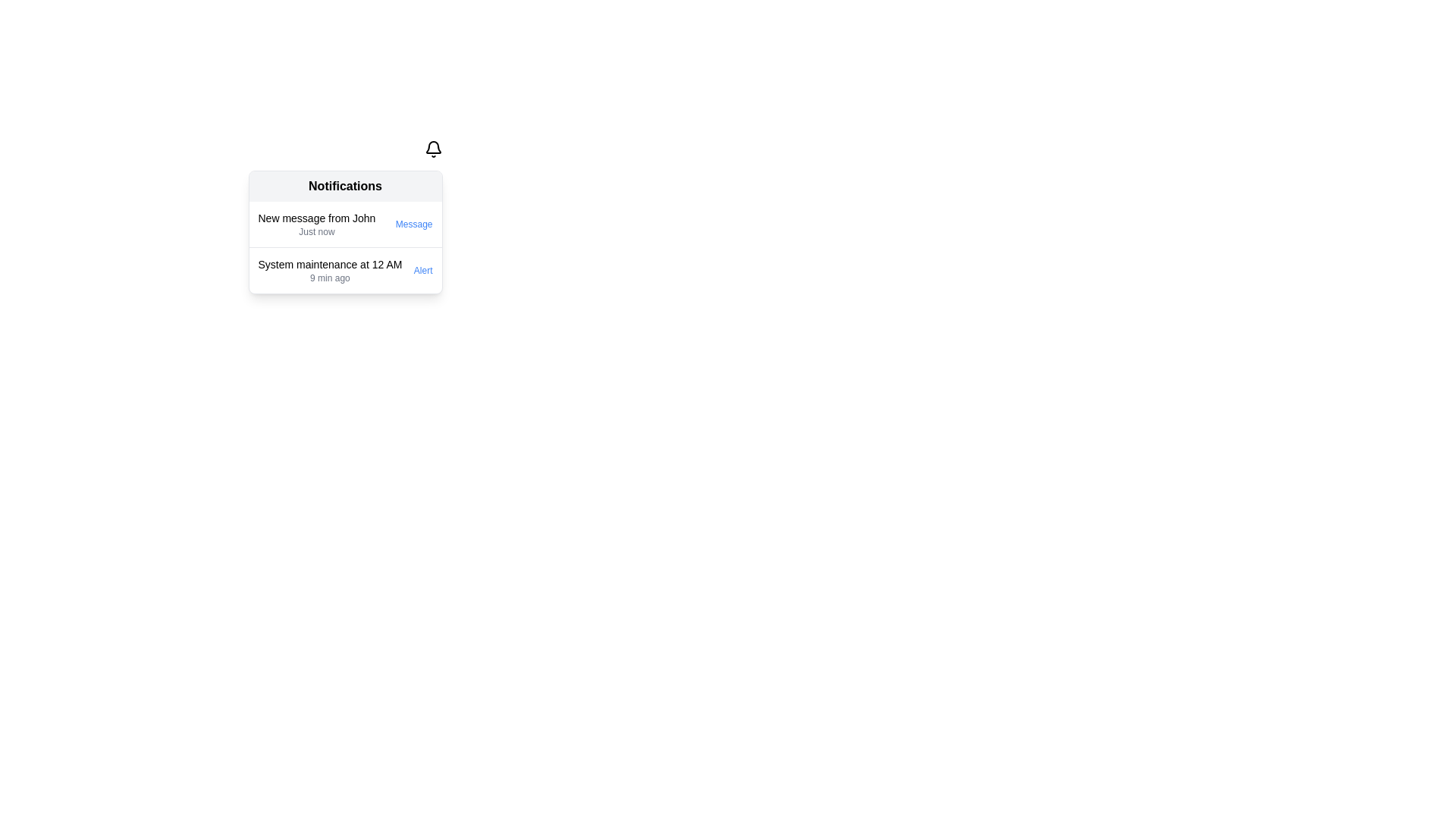 Image resolution: width=1456 pixels, height=819 pixels. Describe the element at coordinates (329, 278) in the screenshot. I see `the text label reading '9 min ago' styled in gray font, located directly below the notification title 'System maintenance at 12 AM' within the dropdown notification list` at that location.